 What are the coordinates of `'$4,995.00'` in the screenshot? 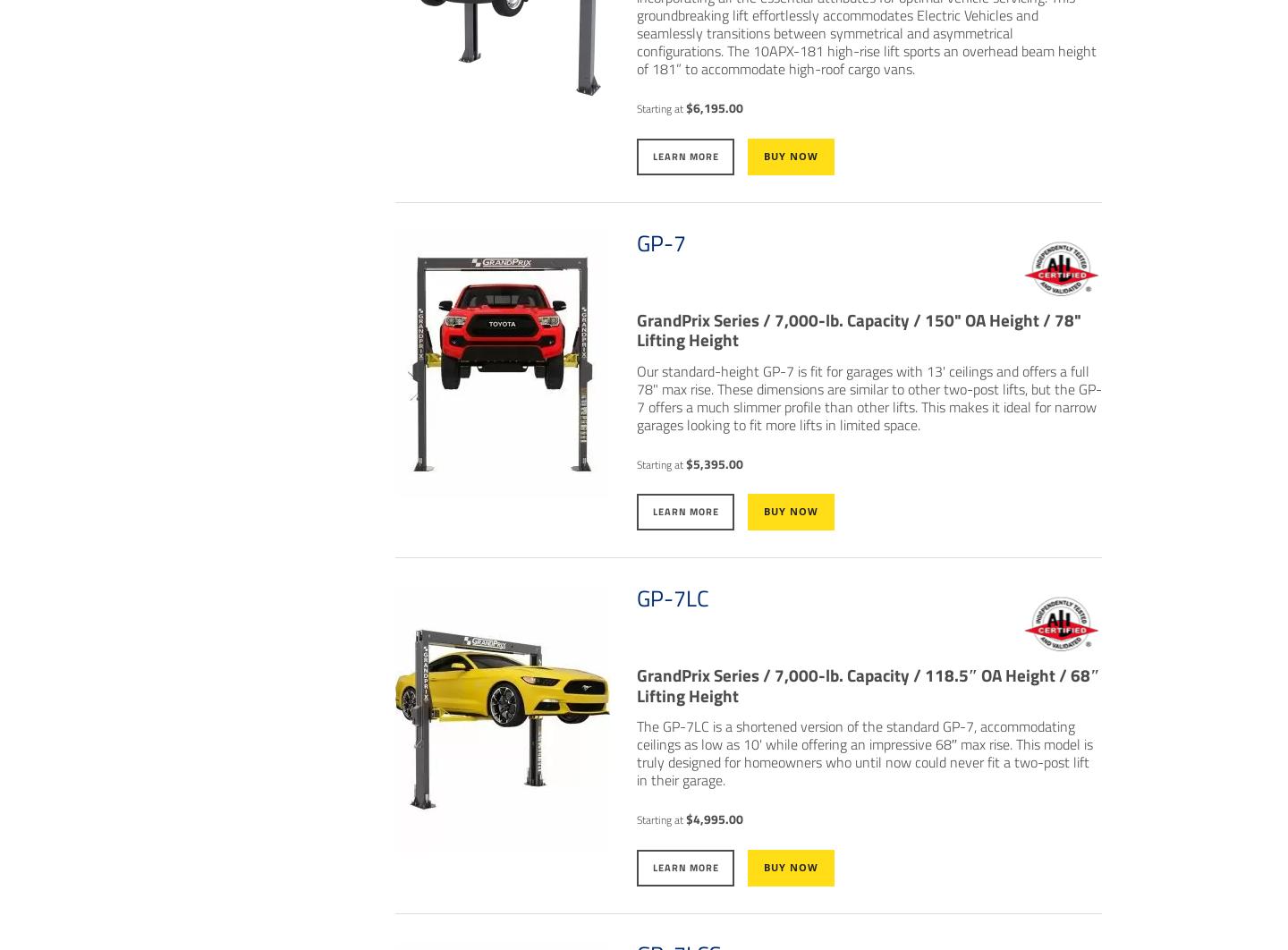 It's located at (683, 818).